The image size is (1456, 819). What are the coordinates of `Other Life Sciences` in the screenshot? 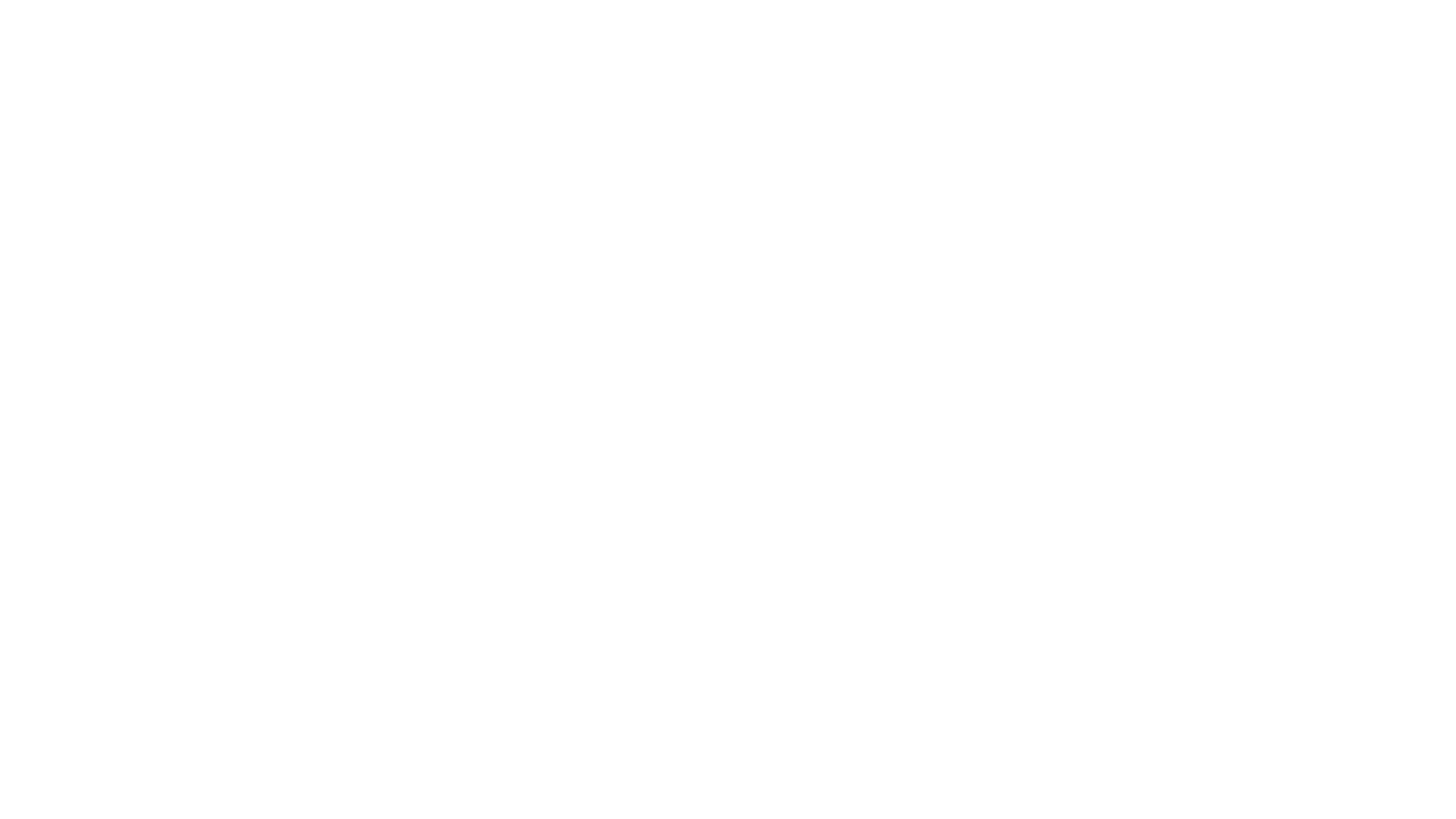 It's located at (679, 513).